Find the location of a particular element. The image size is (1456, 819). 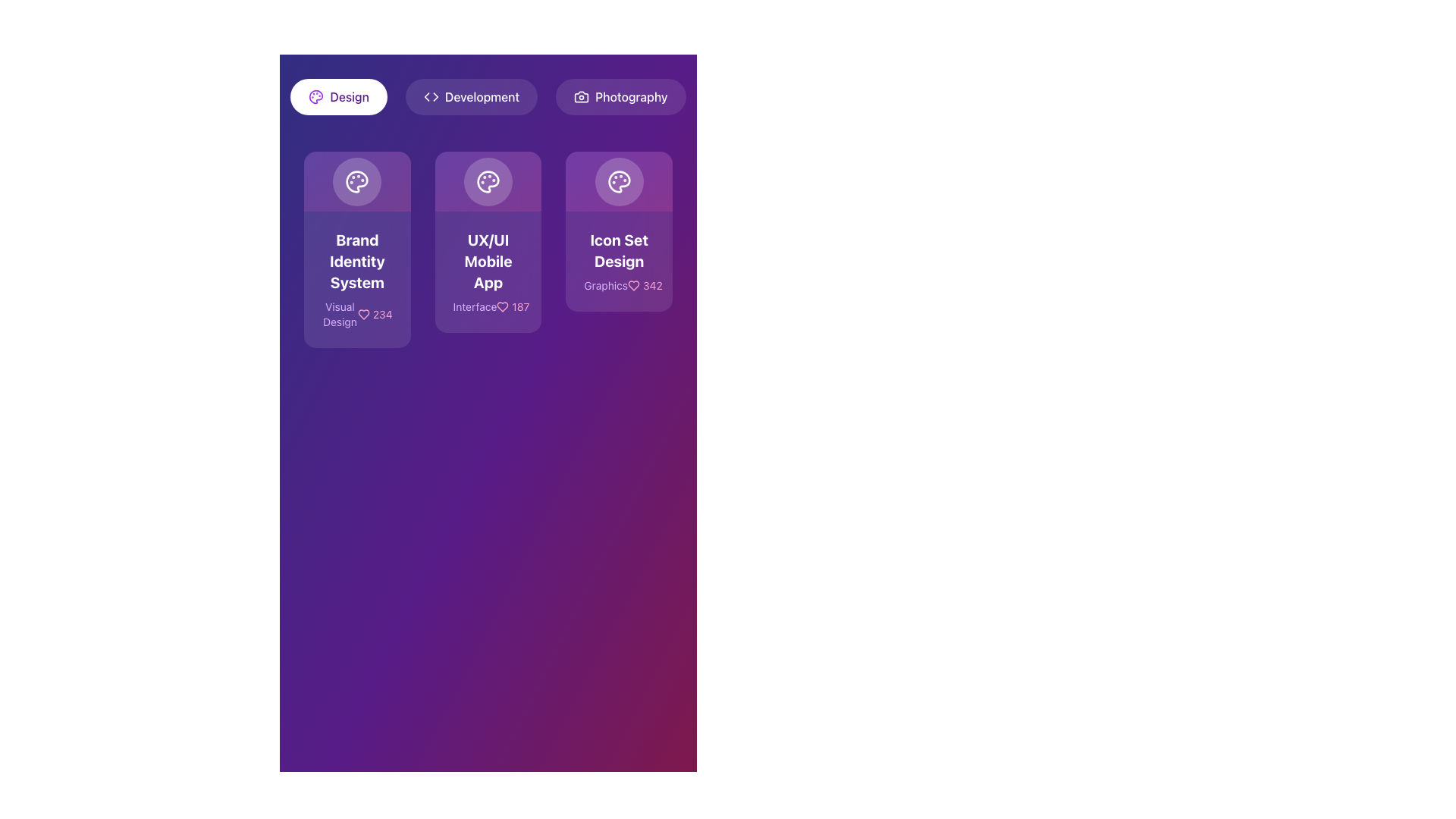

the label that serves as the textual part of a navigation button located at the top-left of the interface, adjacent to an icon is located at coordinates (349, 96).